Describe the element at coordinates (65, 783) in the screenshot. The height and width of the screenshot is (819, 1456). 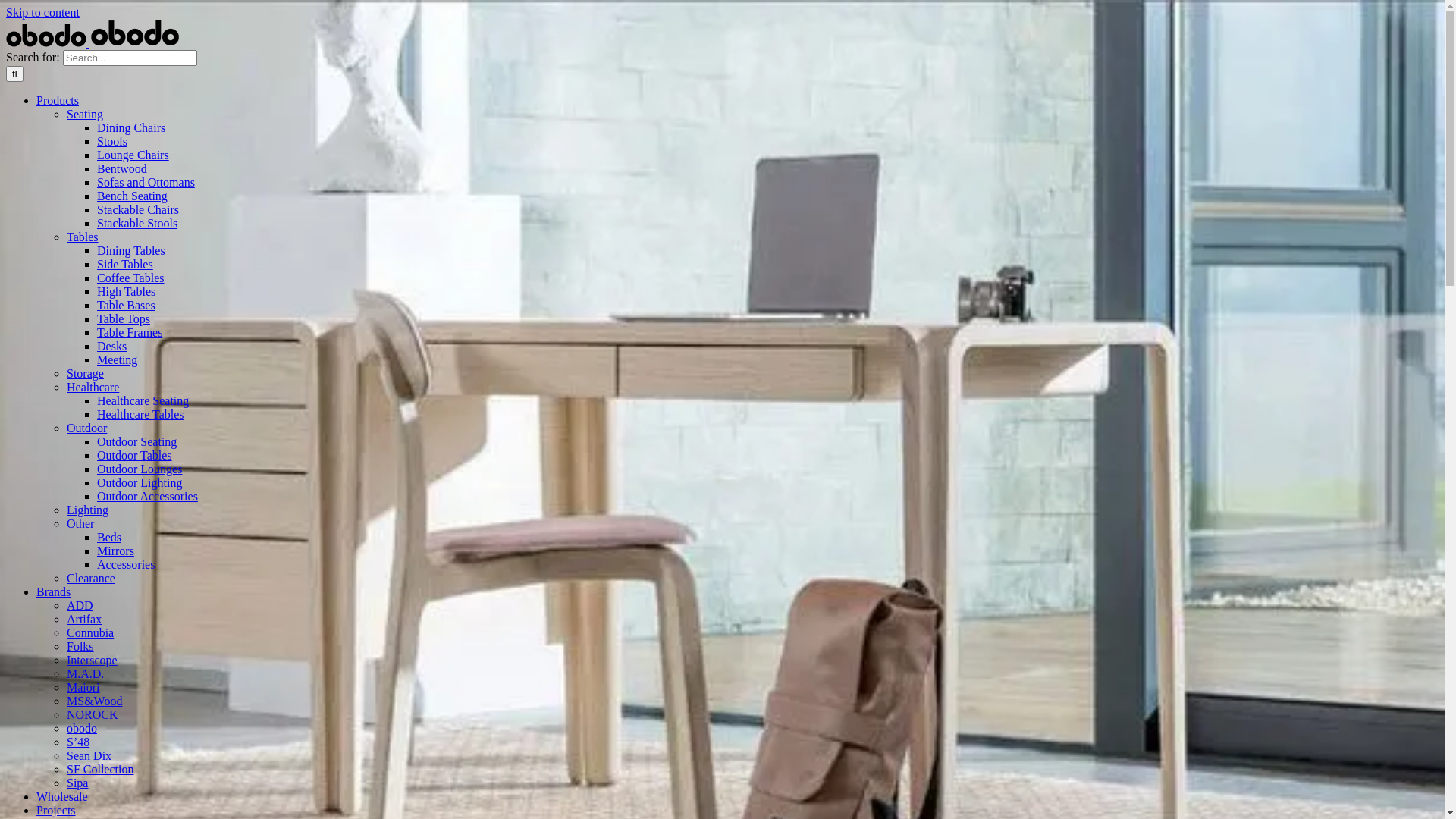
I see `'Sipa'` at that location.